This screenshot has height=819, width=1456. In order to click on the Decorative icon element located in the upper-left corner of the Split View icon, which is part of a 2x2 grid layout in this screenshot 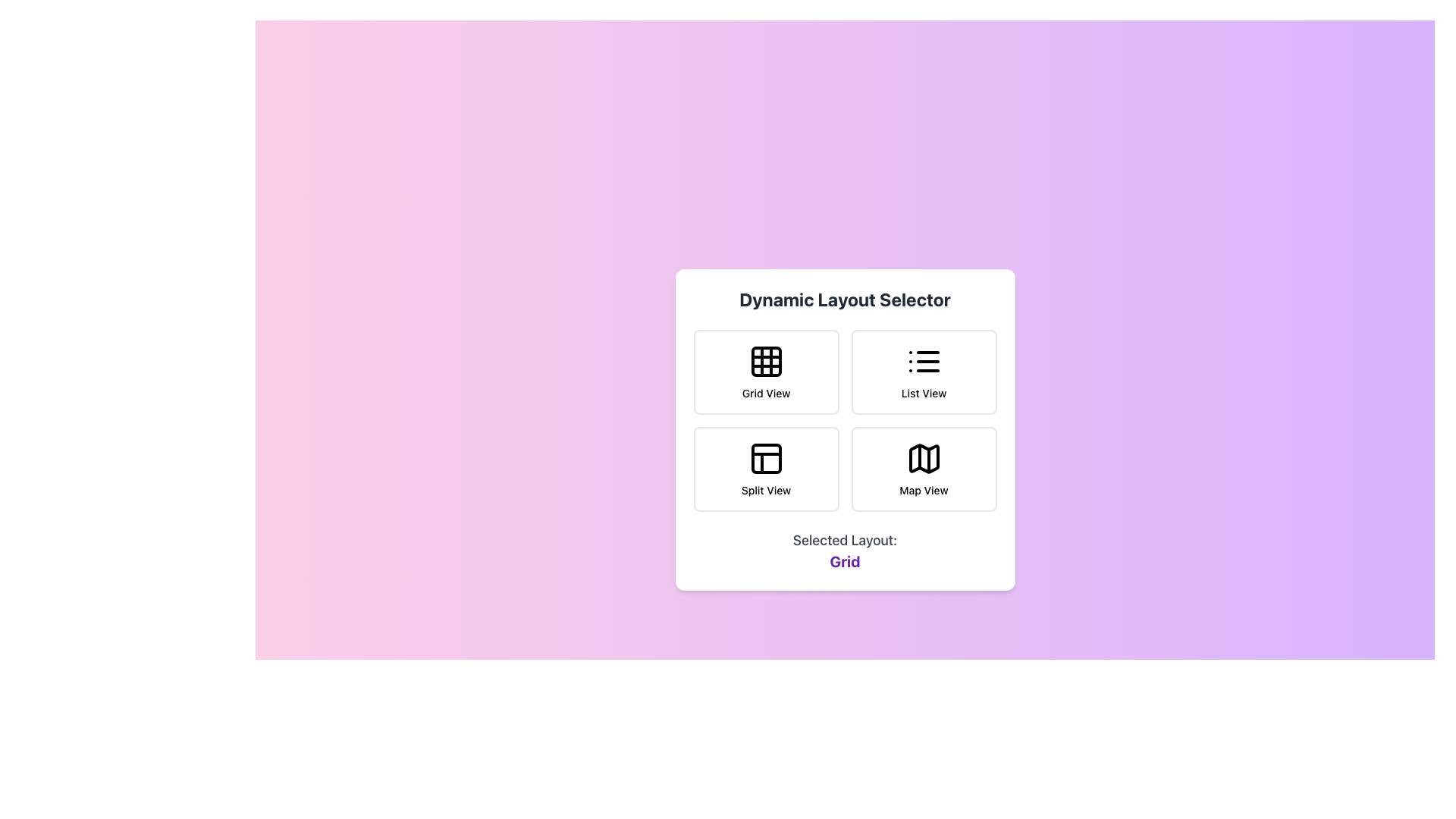, I will do `click(766, 458)`.